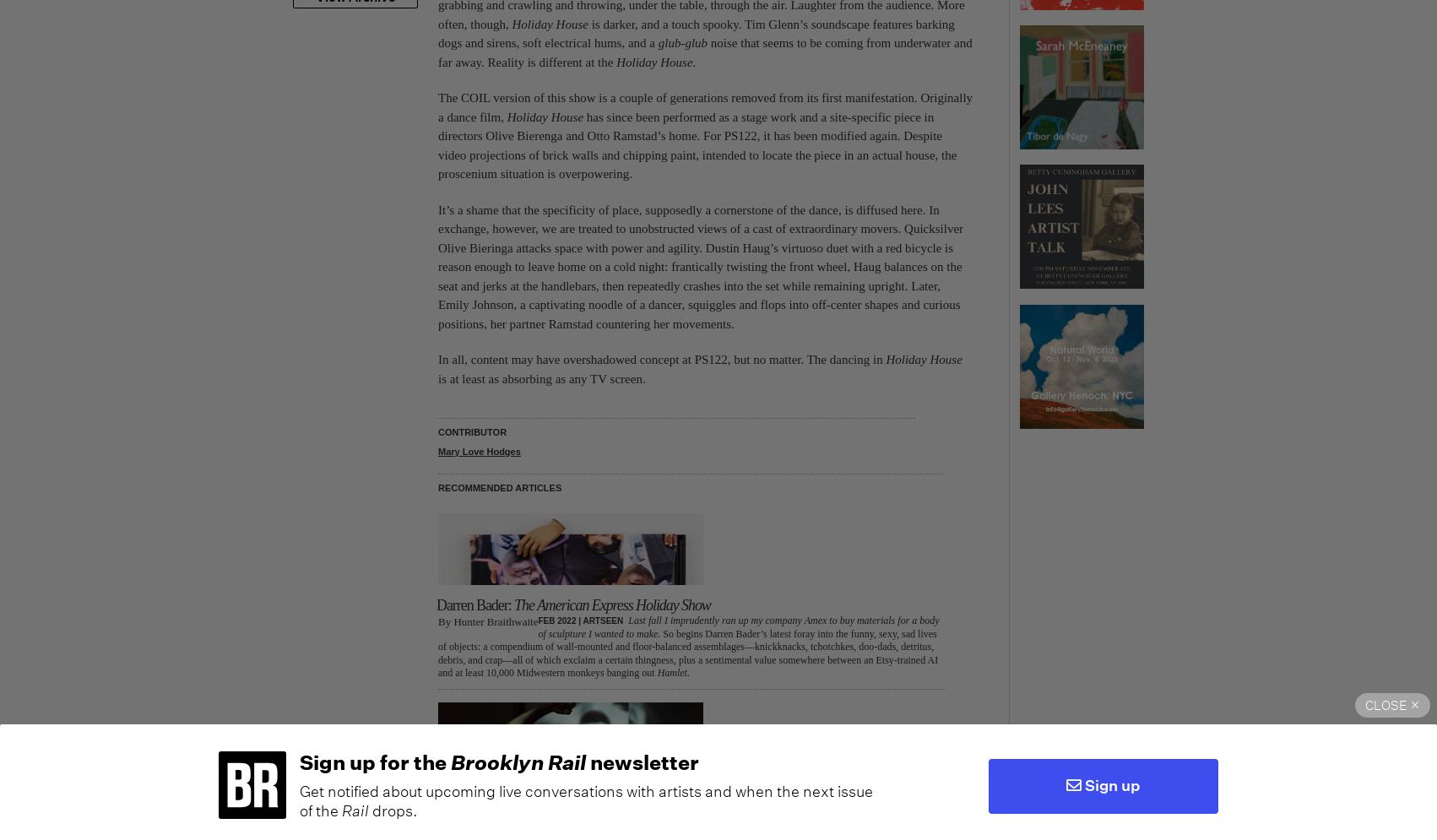 The height and width of the screenshot is (840, 1437). I want to click on 'Light and Desire', so click(436, 794).